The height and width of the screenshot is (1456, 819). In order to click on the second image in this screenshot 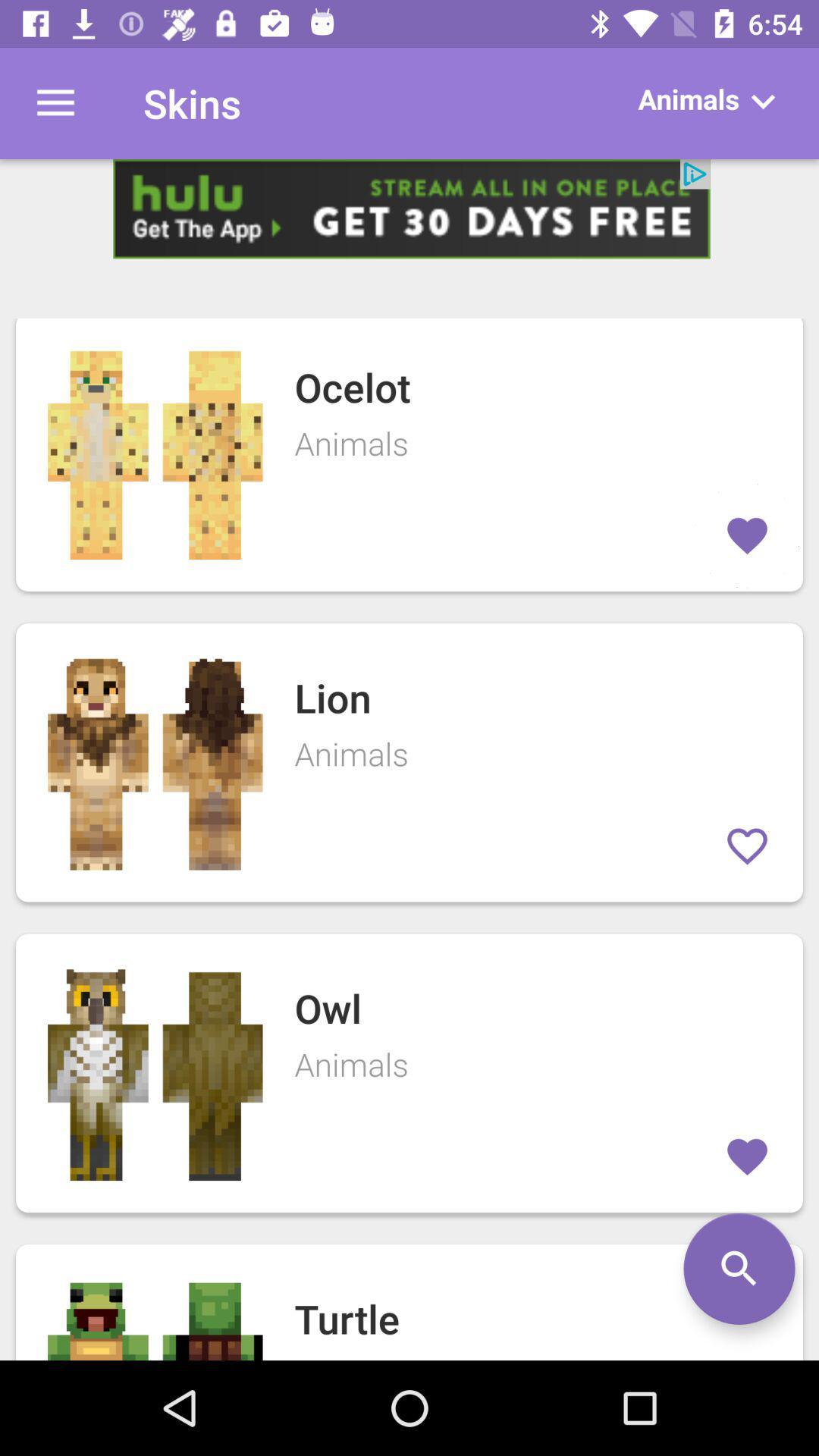, I will do `click(155, 763)`.